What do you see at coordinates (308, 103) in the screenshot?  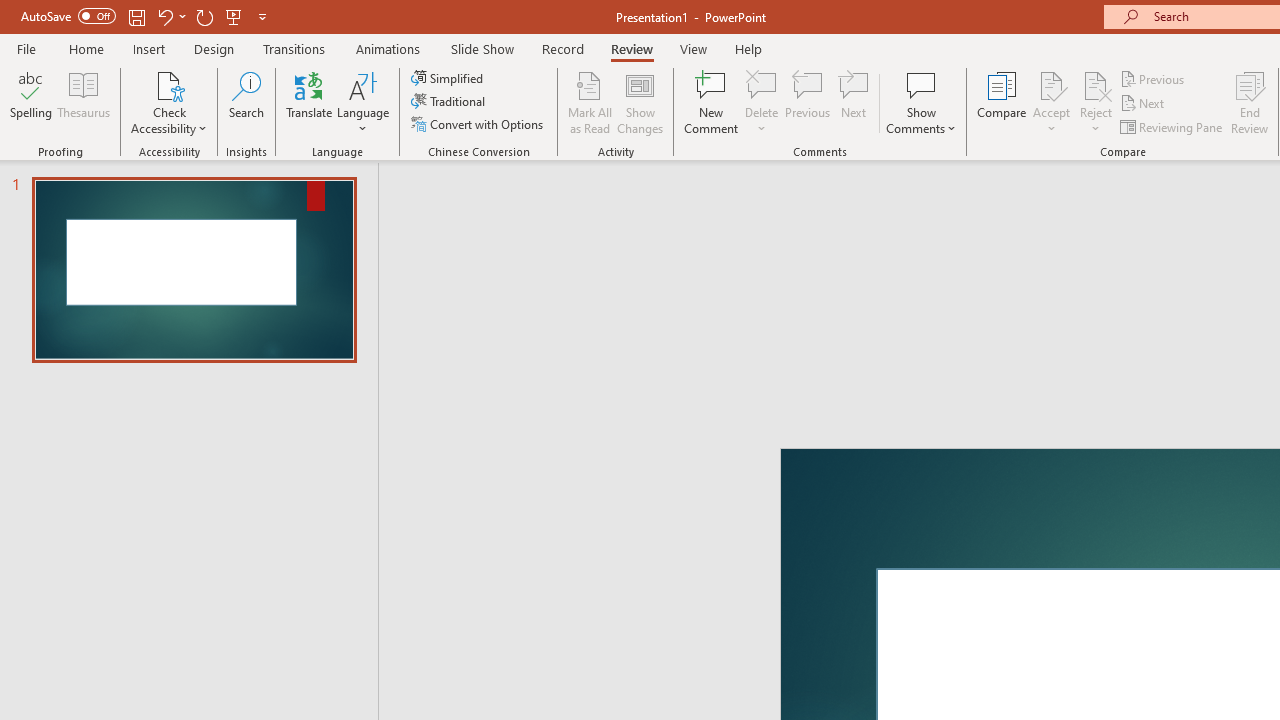 I see `'Translate'` at bounding box center [308, 103].